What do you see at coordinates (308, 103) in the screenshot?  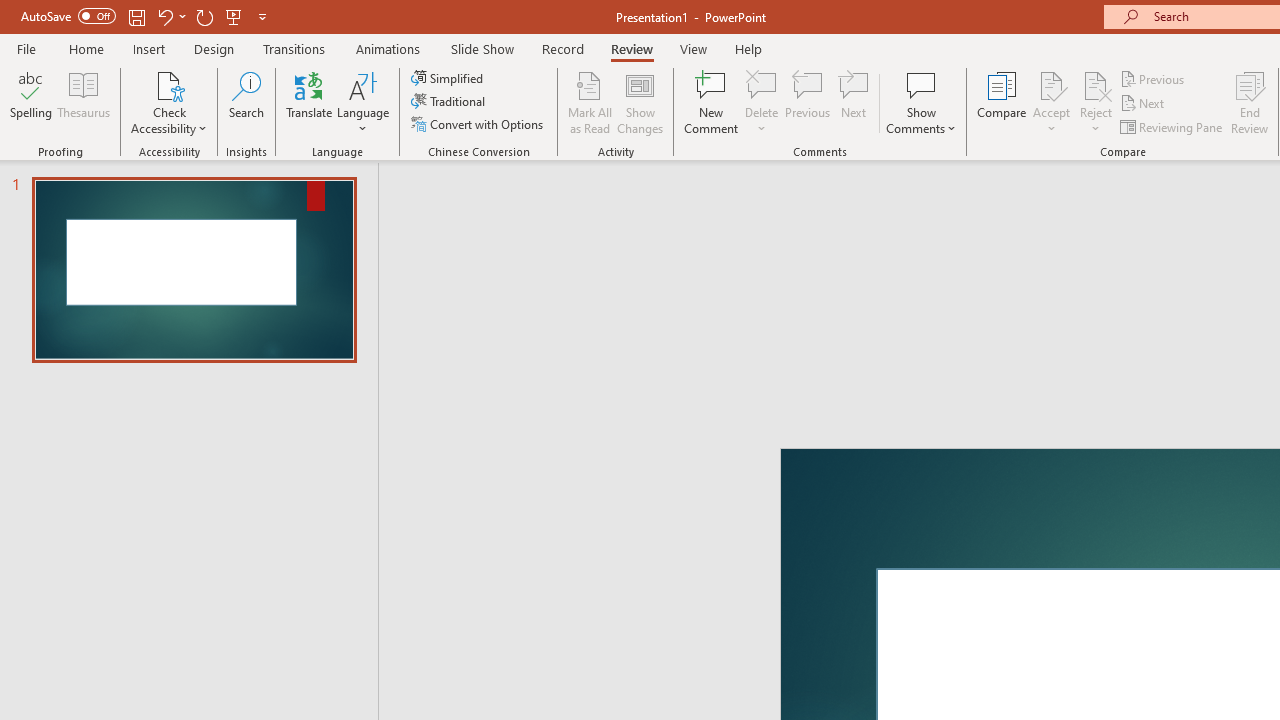 I see `'Translate'` at bounding box center [308, 103].